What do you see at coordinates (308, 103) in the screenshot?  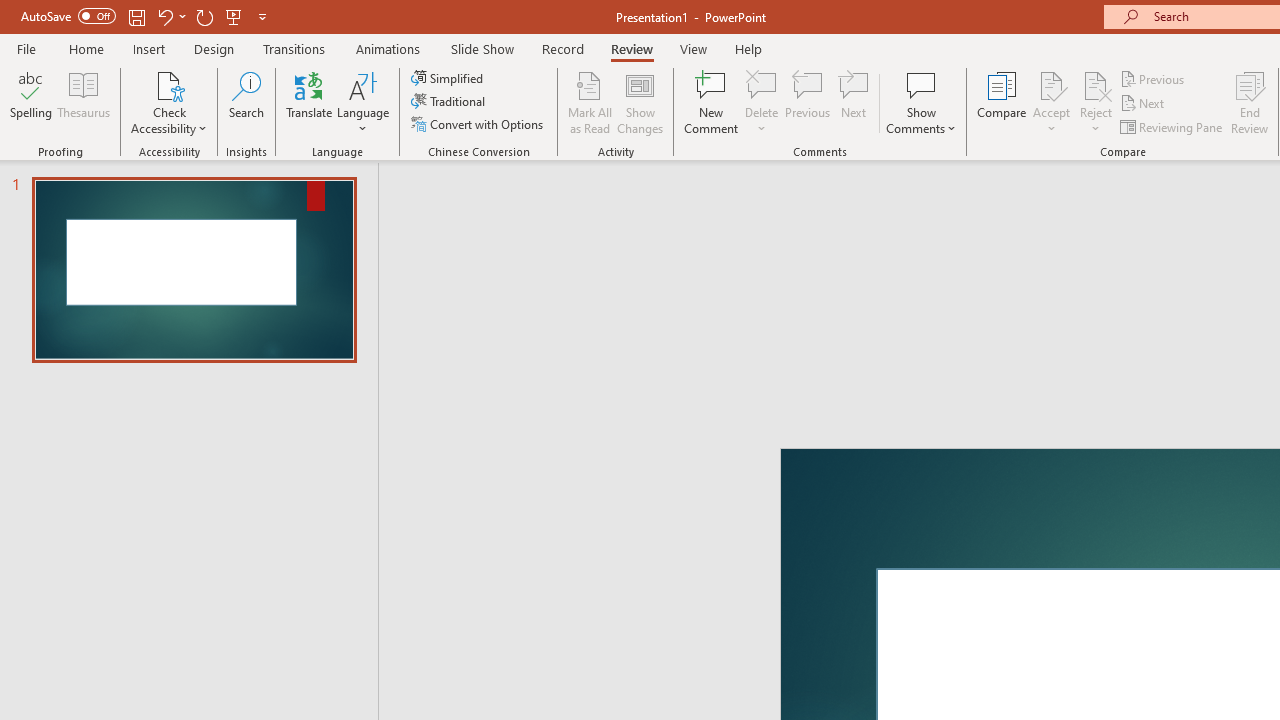 I see `'Translate'` at bounding box center [308, 103].